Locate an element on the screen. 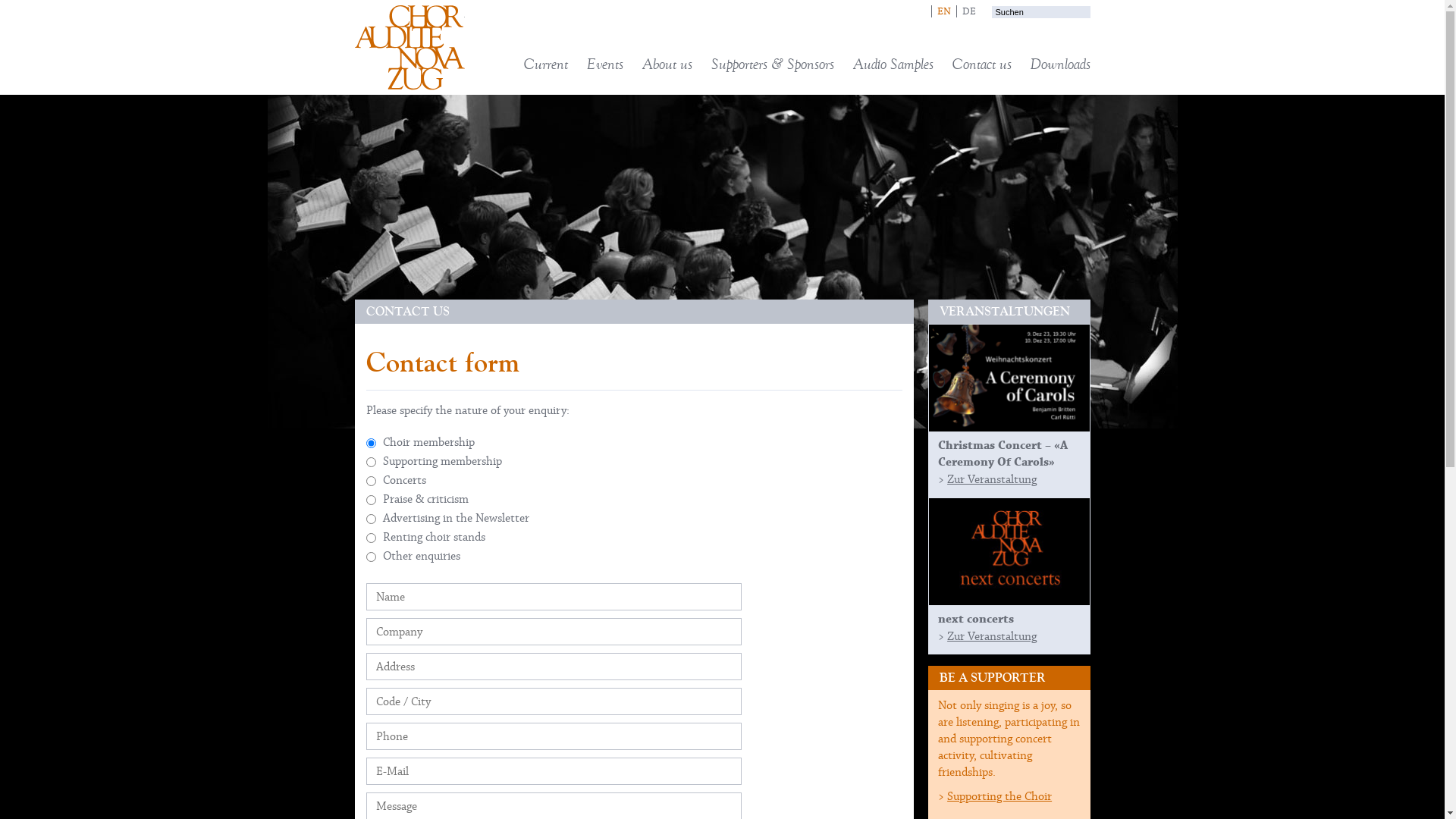  'Chor Audite Nova' is located at coordinates (353, 46).